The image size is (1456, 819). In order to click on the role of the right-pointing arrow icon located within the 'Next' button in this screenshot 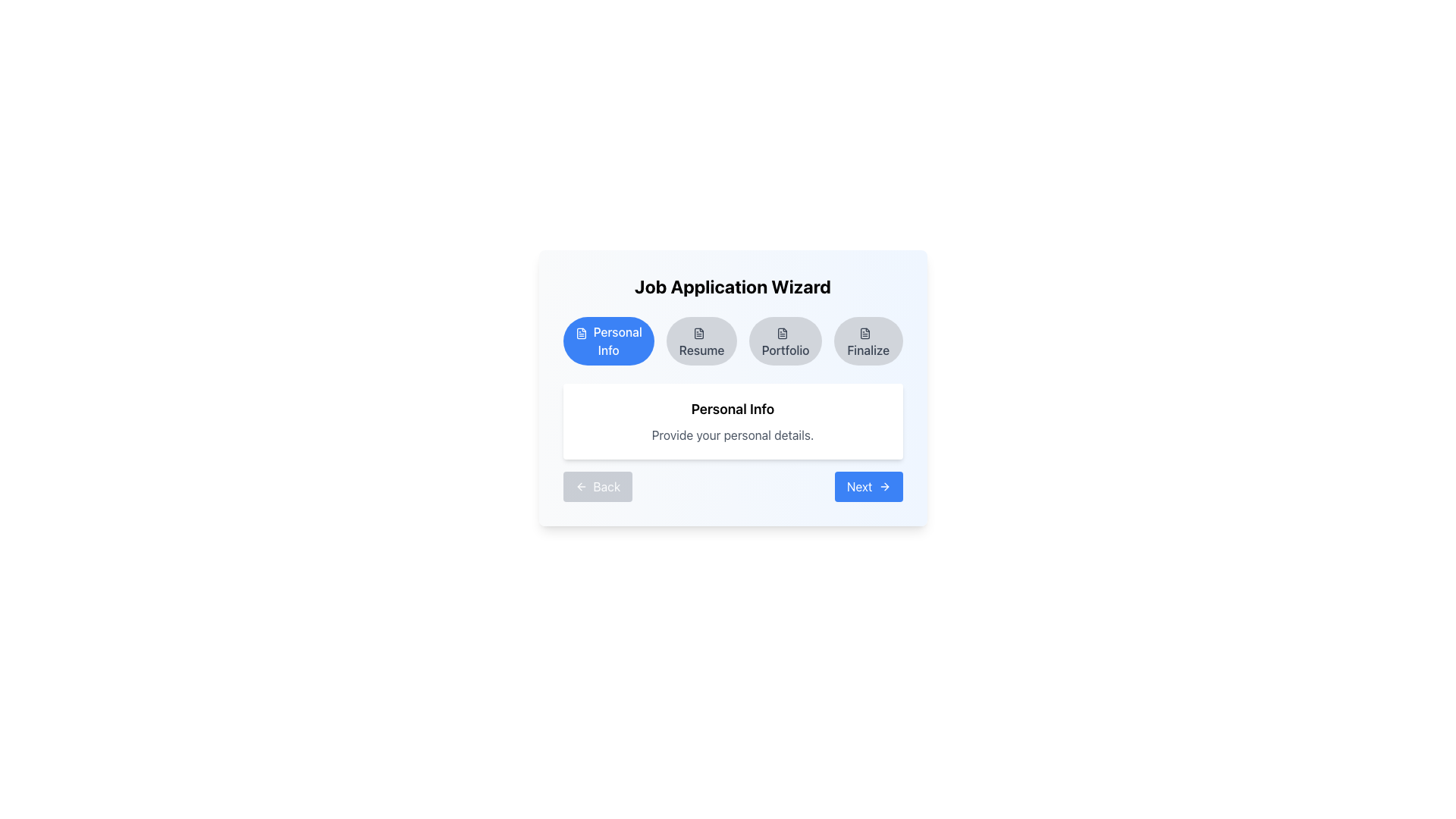, I will do `click(884, 486)`.